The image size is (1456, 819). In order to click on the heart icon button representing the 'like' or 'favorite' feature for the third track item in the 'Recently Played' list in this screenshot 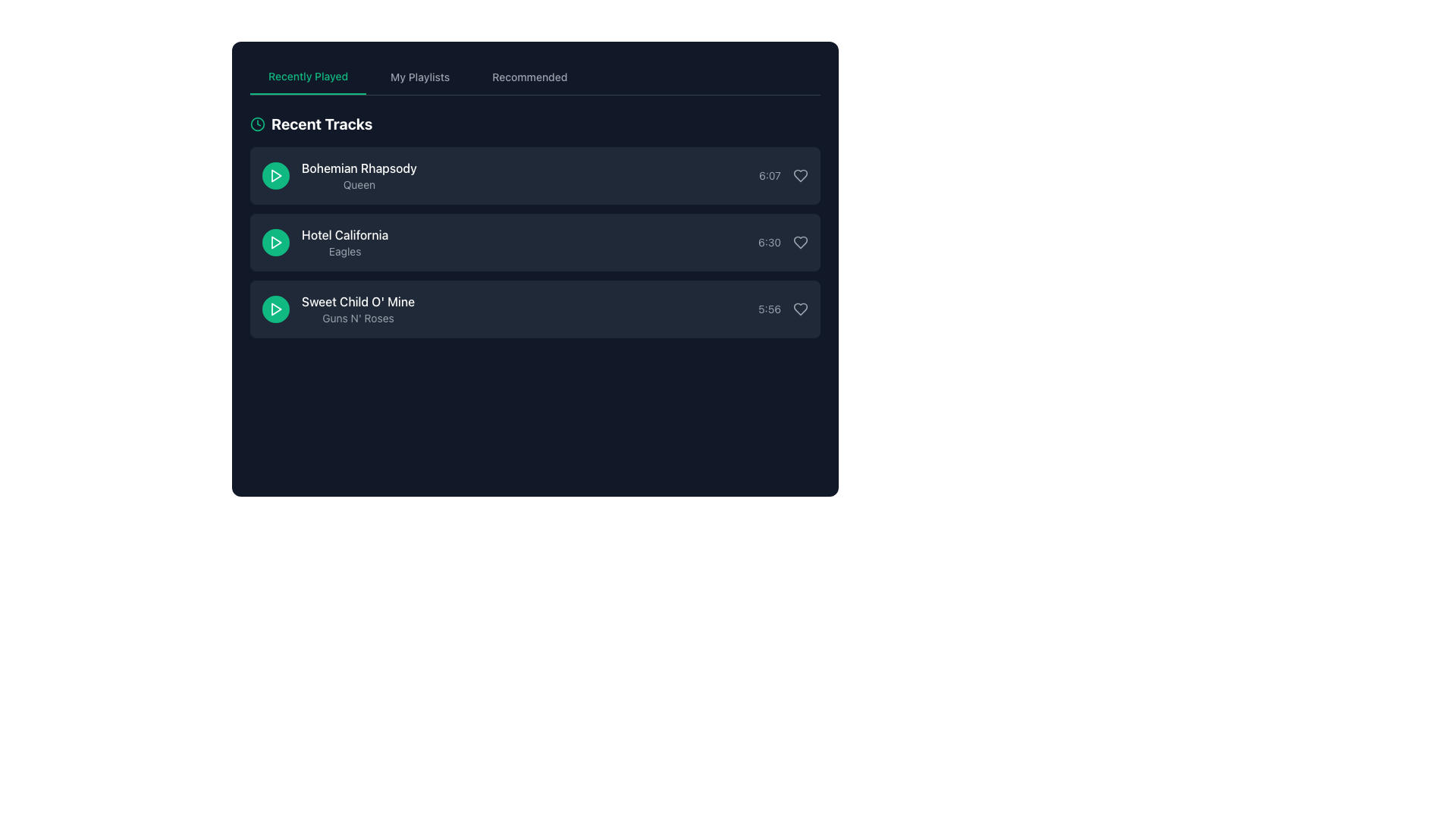, I will do `click(800, 309)`.